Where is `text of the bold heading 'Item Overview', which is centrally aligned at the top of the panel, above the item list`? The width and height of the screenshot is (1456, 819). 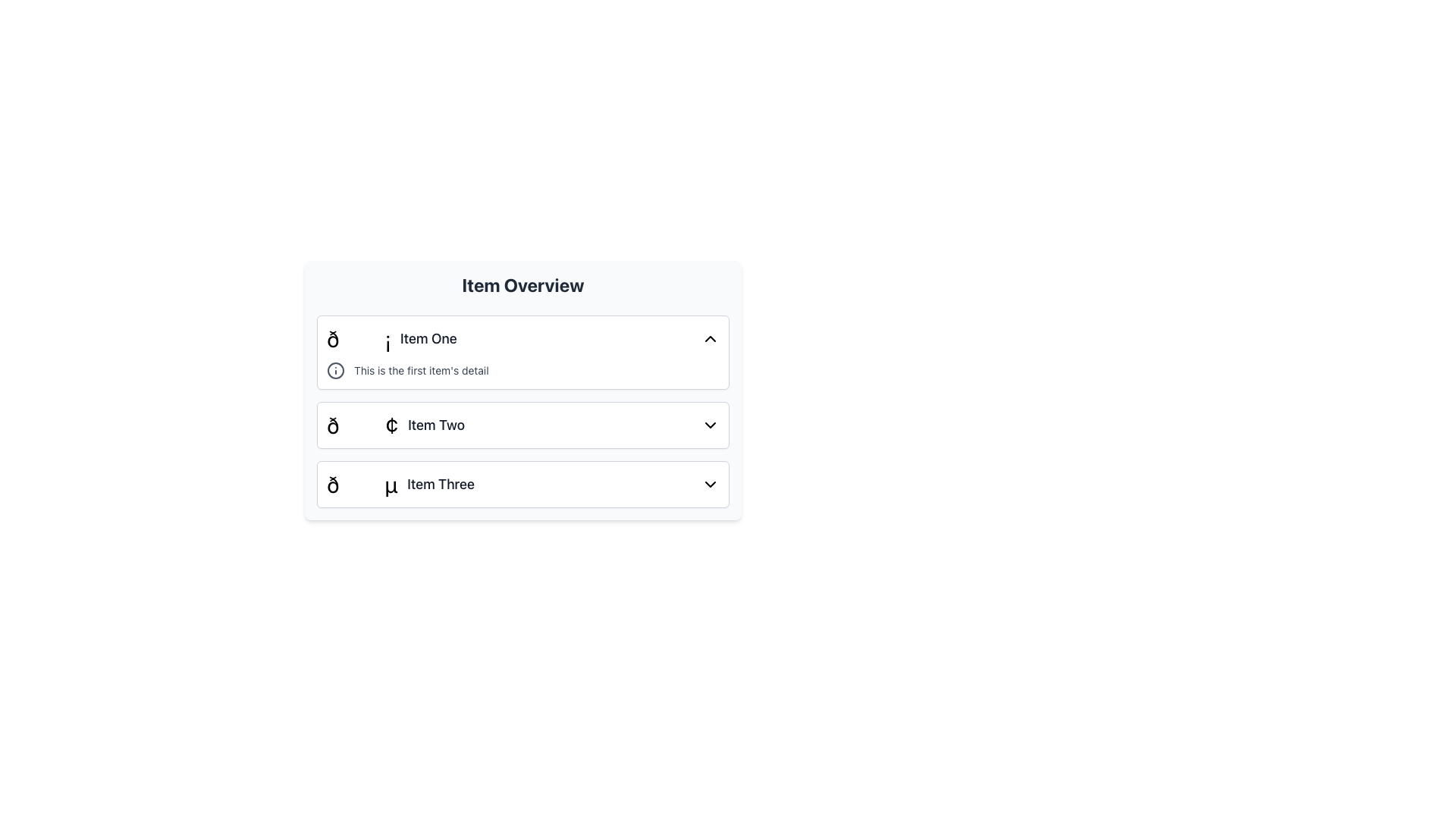 text of the bold heading 'Item Overview', which is centrally aligned at the top of the panel, above the item list is located at coordinates (523, 284).